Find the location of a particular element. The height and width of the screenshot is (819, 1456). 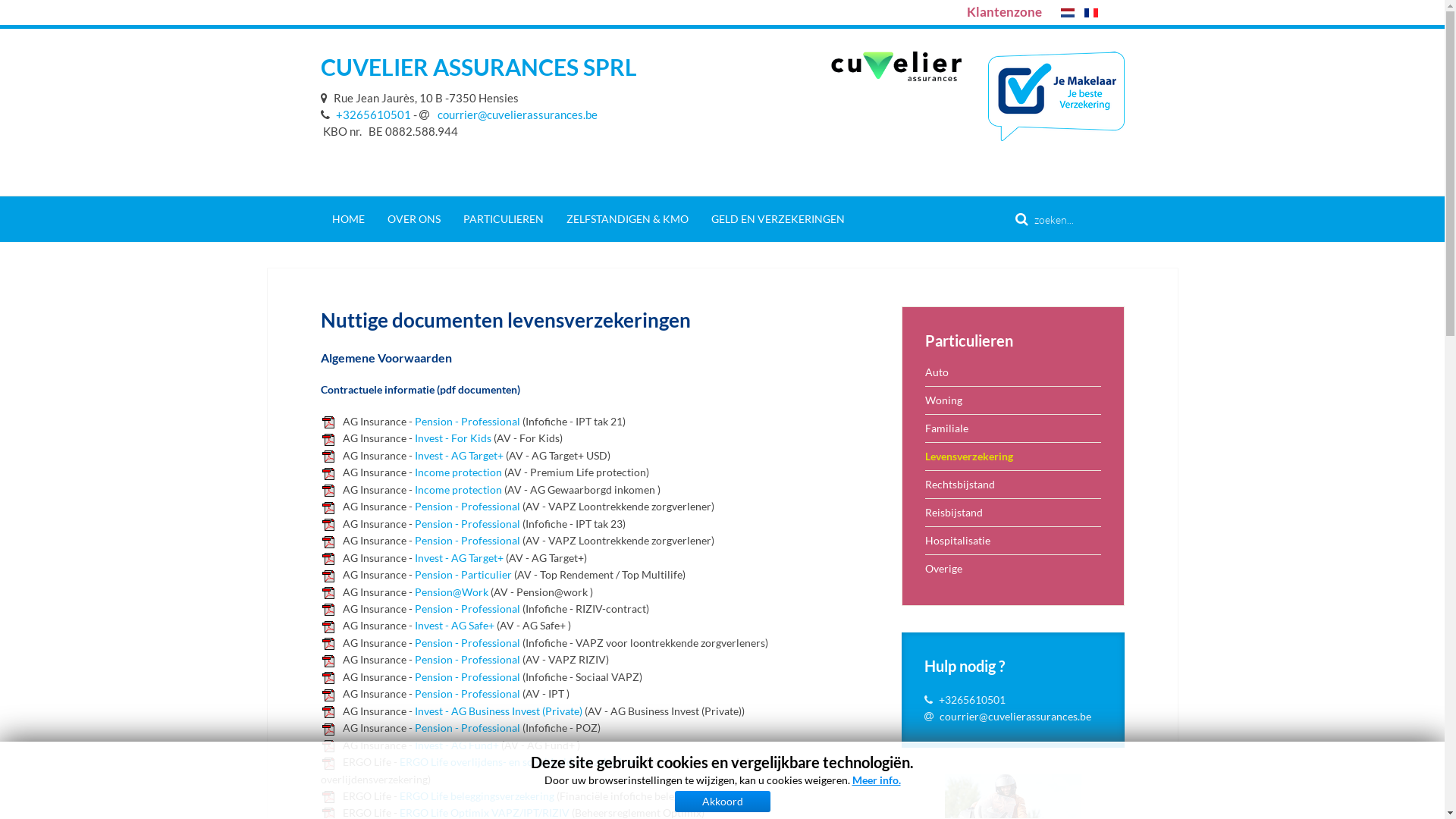

'Pension - Professional' is located at coordinates (414, 506).